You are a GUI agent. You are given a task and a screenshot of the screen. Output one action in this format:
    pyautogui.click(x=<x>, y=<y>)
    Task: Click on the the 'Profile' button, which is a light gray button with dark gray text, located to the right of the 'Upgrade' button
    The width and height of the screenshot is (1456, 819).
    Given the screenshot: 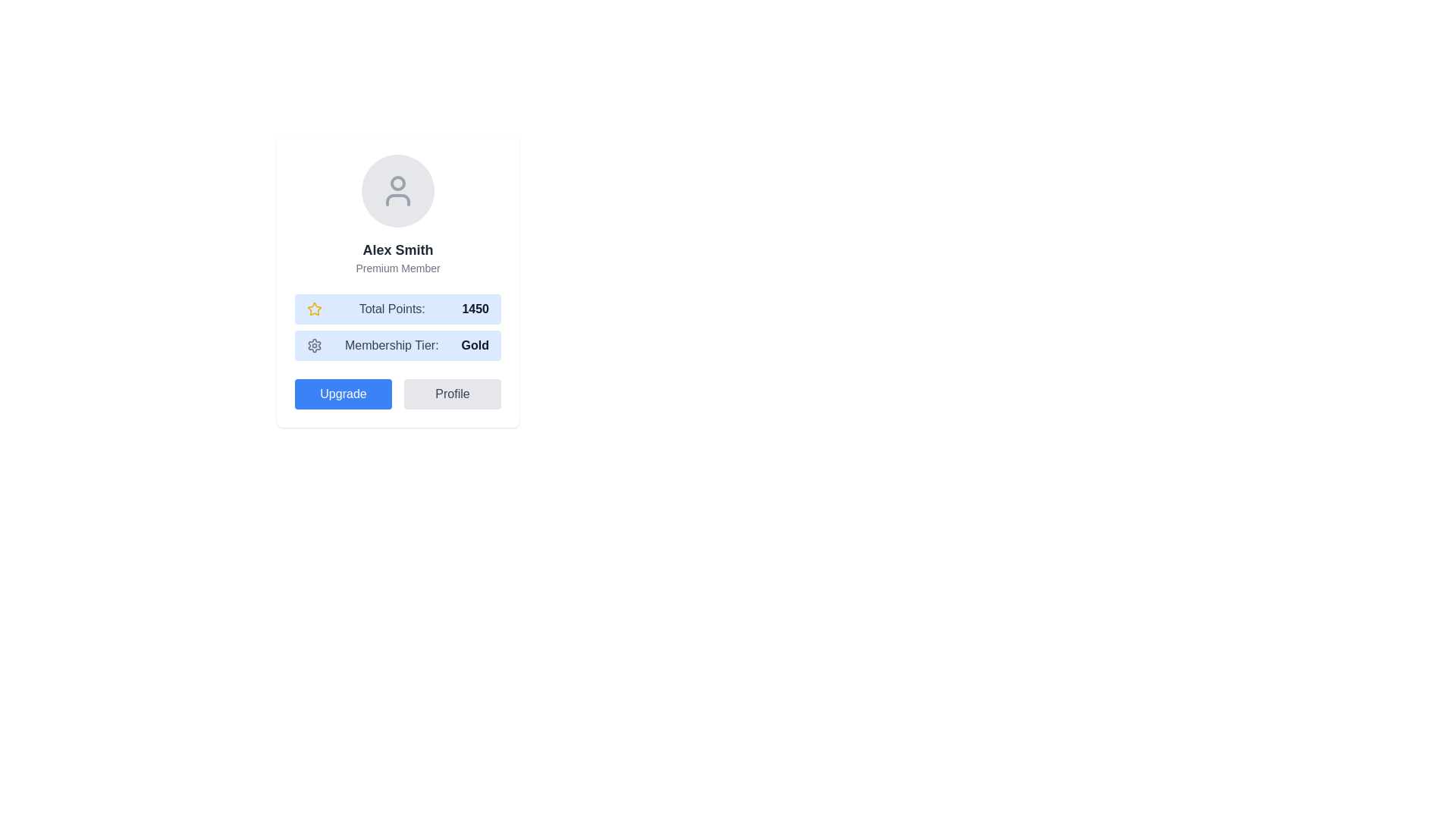 What is the action you would take?
    pyautogui.click(x=451, y=394)
    